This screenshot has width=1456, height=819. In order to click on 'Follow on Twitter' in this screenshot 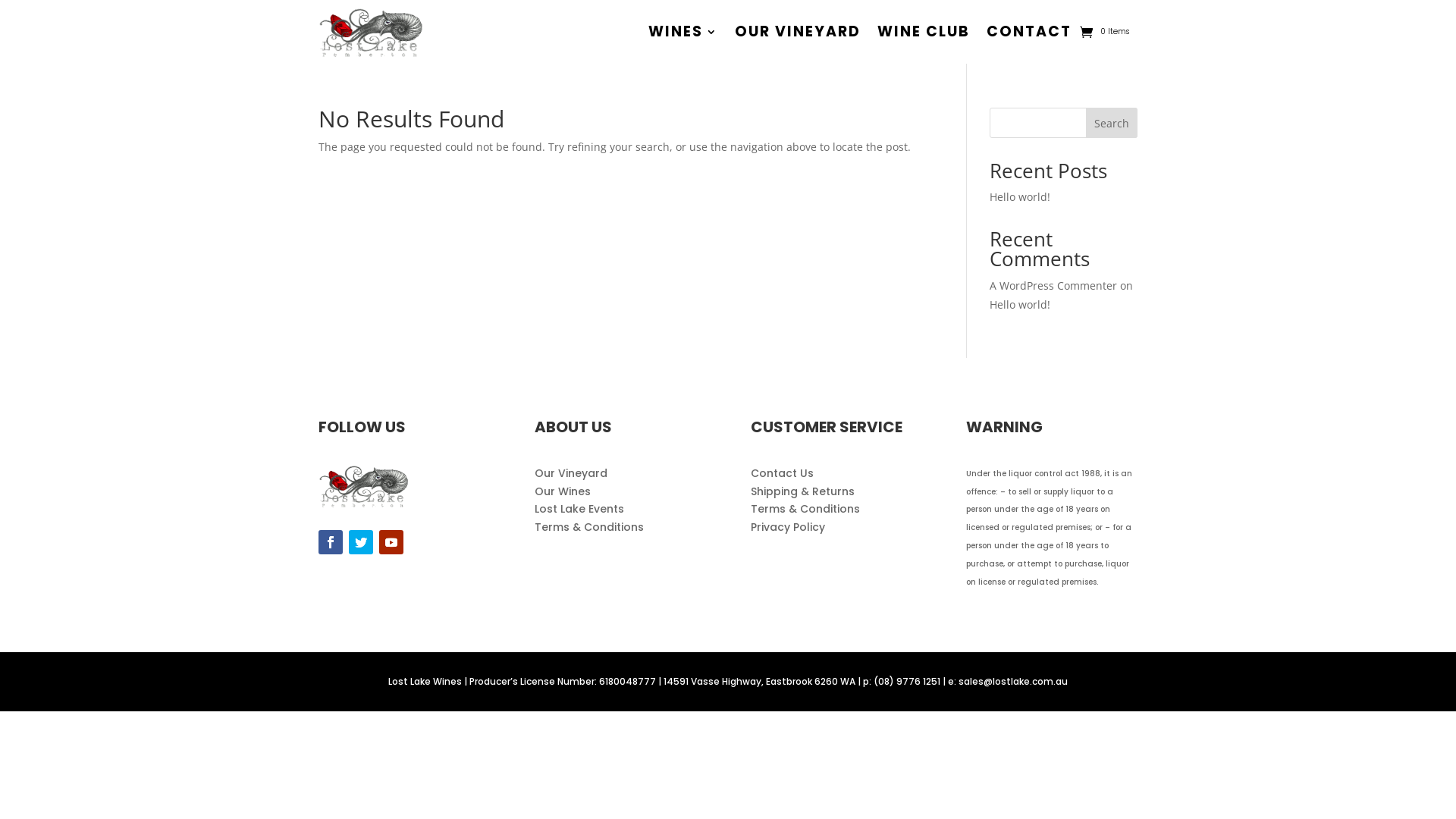, I will do `click(348, 541)`.